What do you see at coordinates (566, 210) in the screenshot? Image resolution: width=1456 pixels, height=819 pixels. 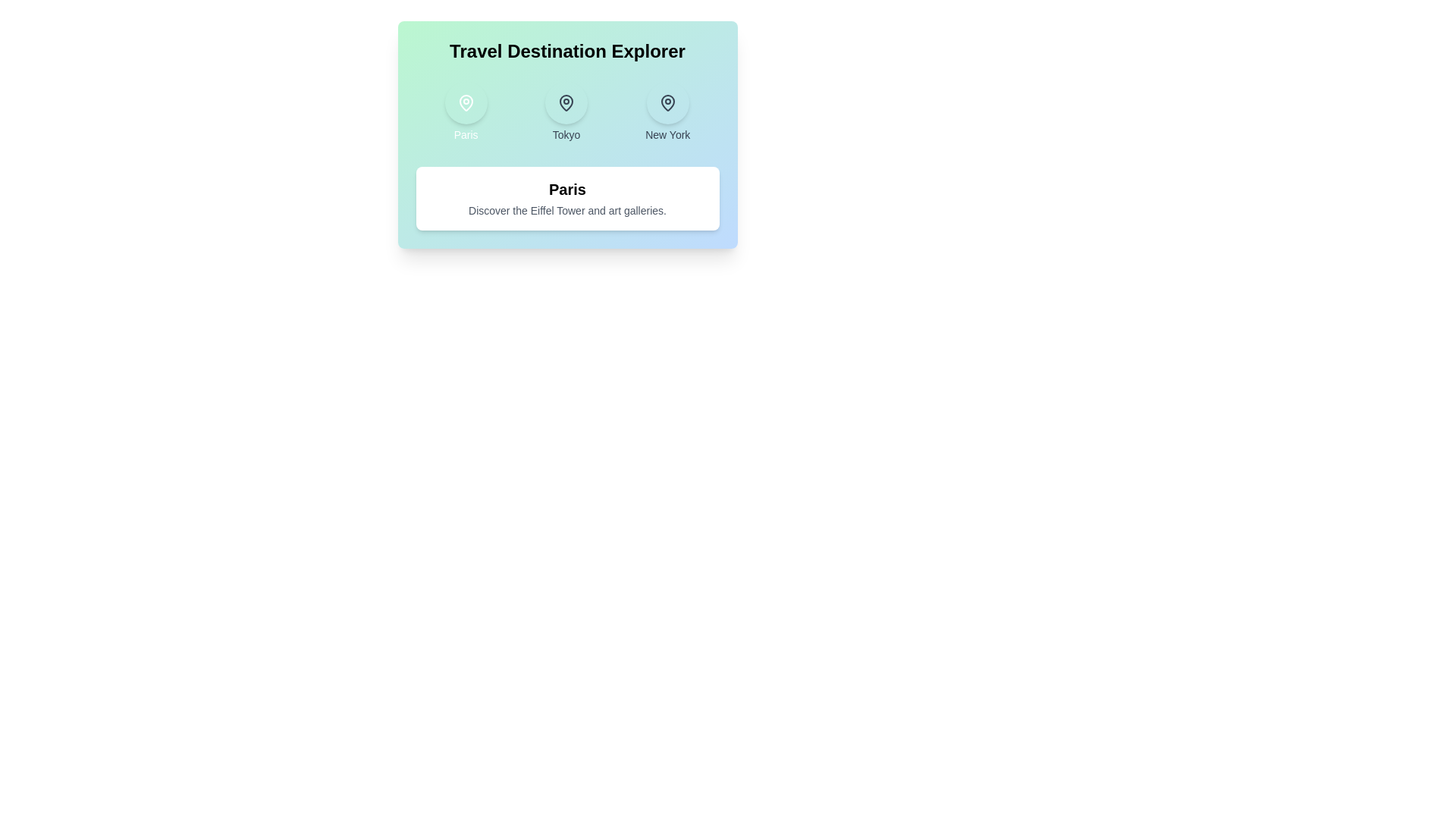 I see `the text label displaying 'Discover the Eiffel Tower and art galleries.' which is styled in a small, gray font and located below the larger text label 'Paris'` at bounding box center [566, 210].